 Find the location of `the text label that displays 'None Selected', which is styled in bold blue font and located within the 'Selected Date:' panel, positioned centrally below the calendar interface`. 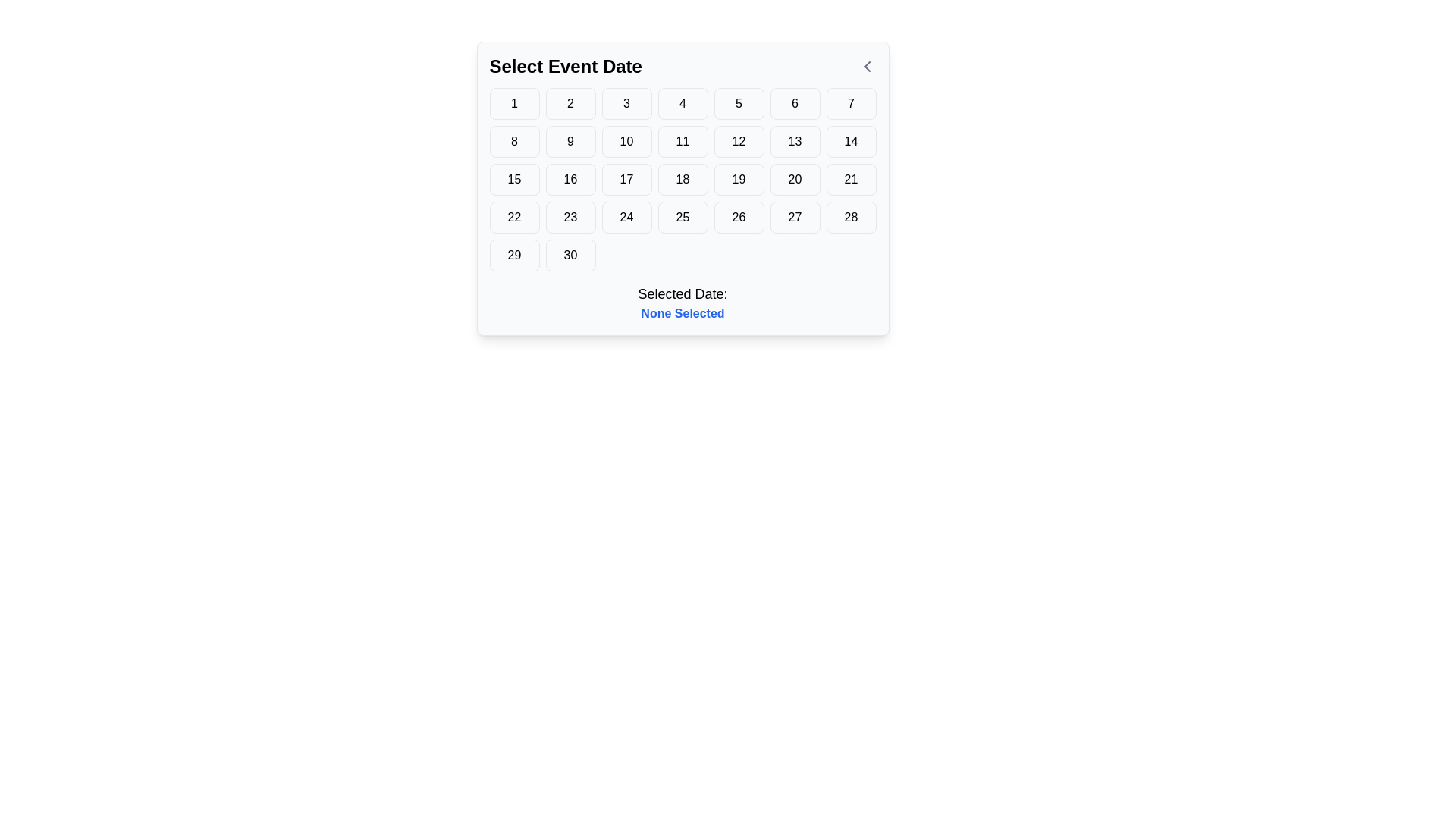

the text label that displays 'None Selected', which is styled in bold blue font and located within the 'Selected Date:' panel, positioned centrally below the calendar interface is located at coordinates (682, 312).